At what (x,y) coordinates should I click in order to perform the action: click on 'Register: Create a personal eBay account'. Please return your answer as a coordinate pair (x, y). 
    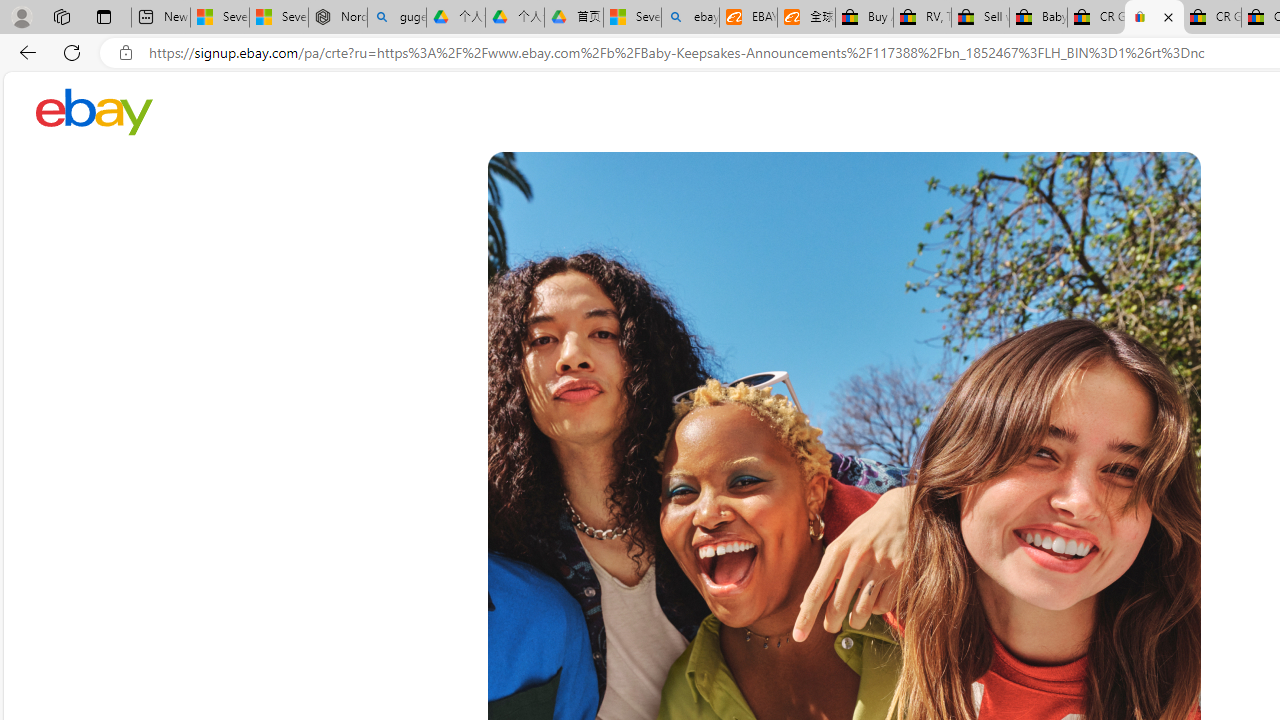
    Looking at the image, I should click on (1154, 17).